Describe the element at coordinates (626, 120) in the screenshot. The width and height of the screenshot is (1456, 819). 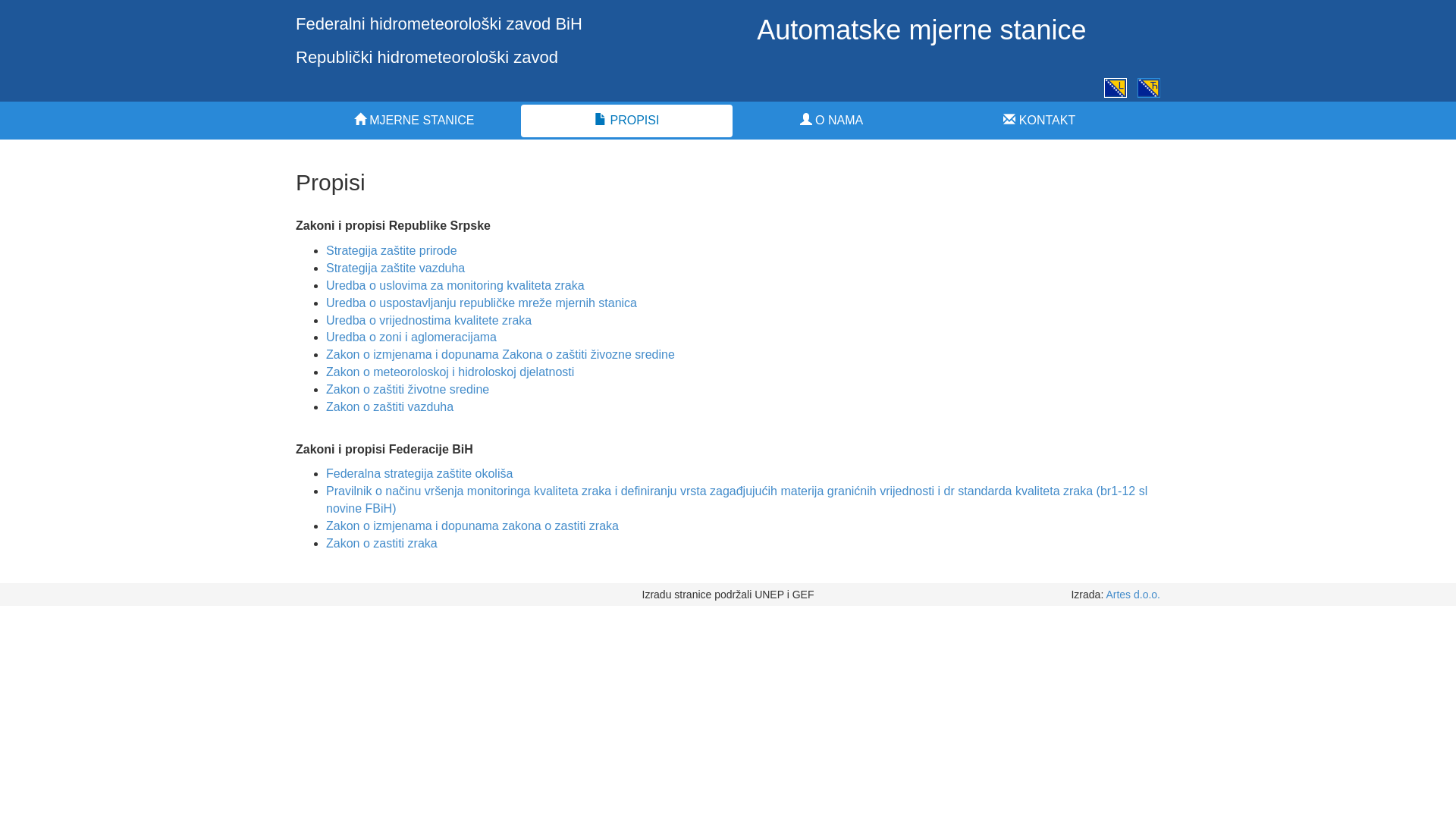
I see `'PROPISI'` at that location.